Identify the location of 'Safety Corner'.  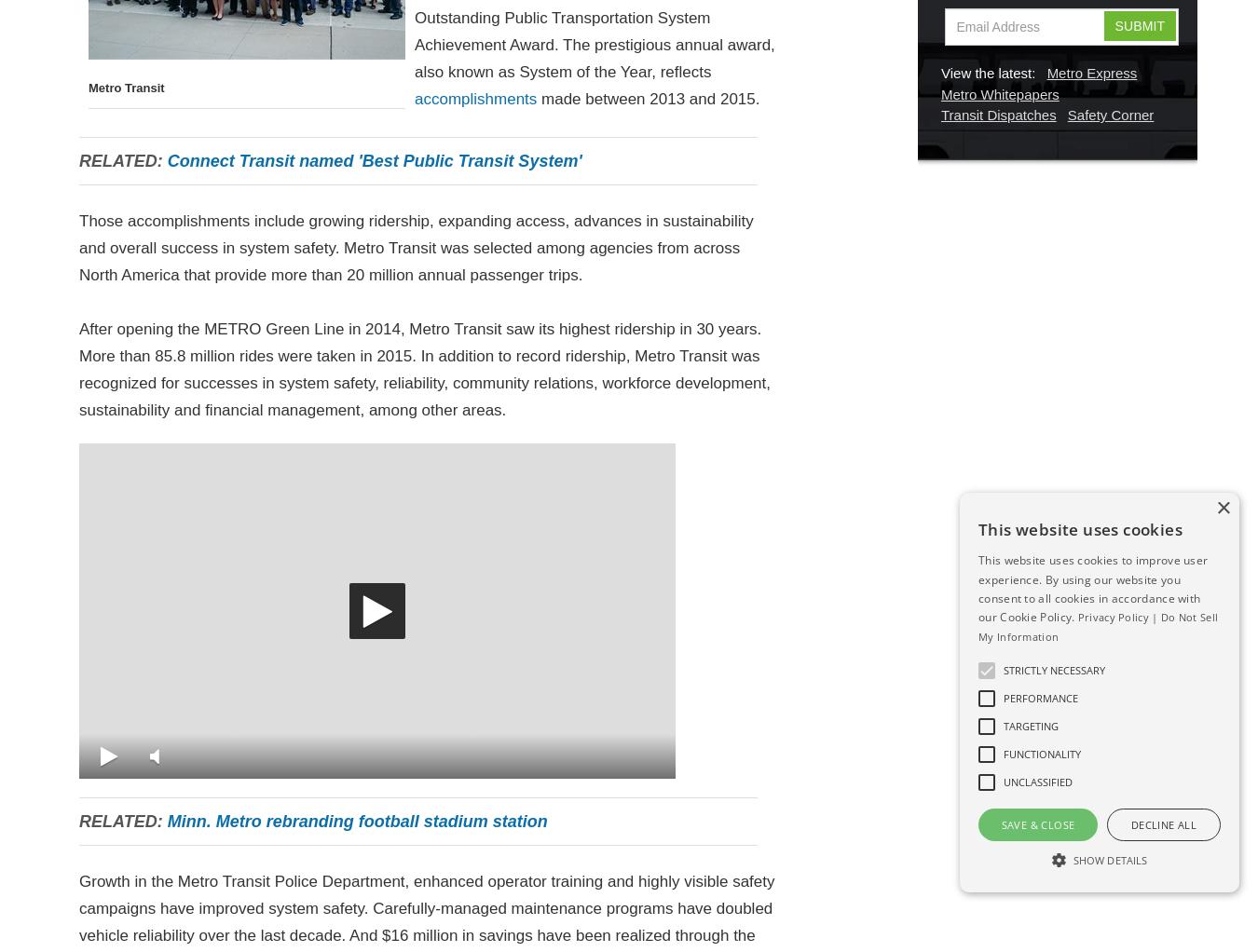
(1109, 115).